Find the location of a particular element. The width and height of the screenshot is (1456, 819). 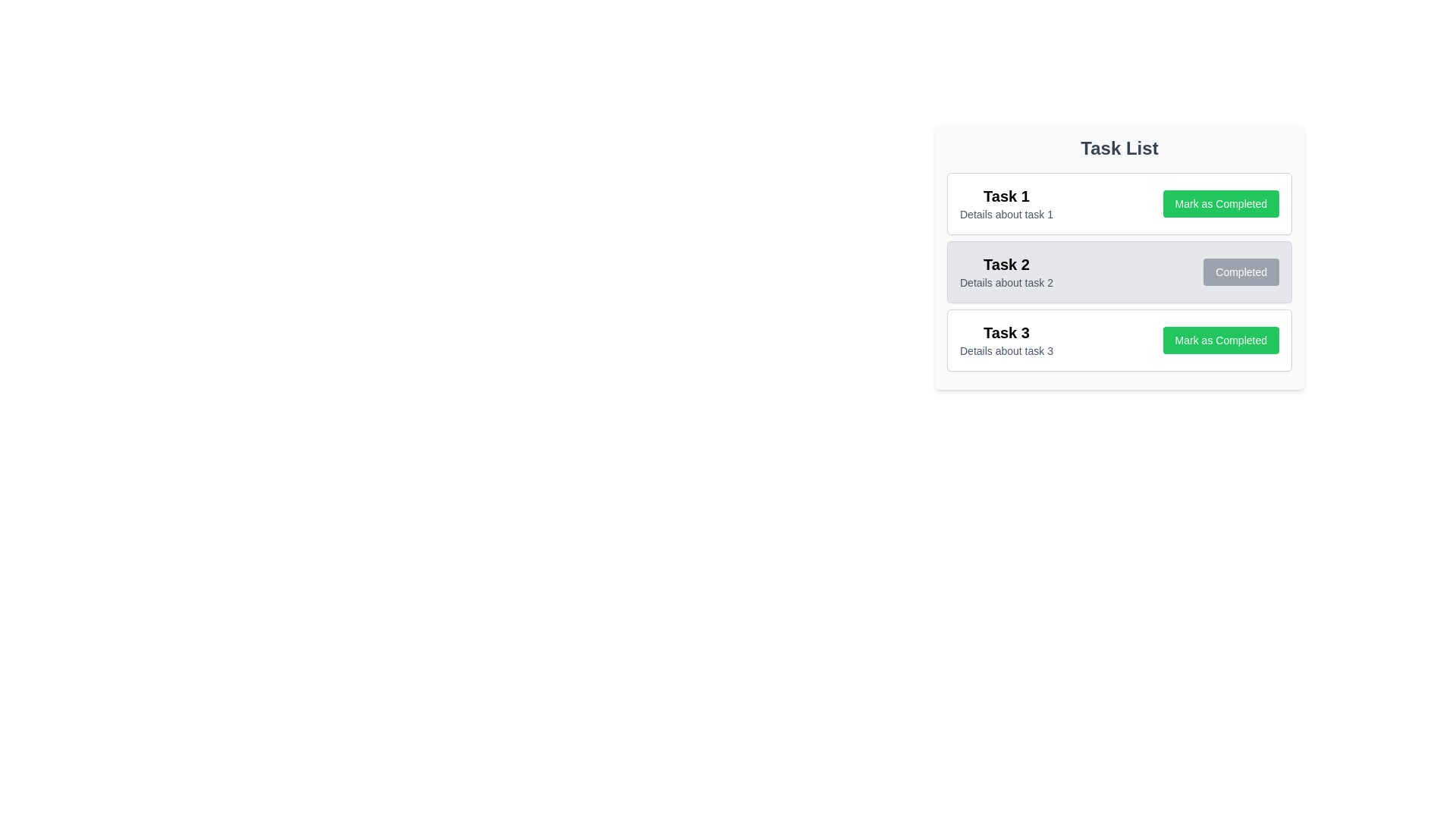

the static text element displaying the title 'Task 2' and the description 'Details about task 2' located in the second row of the task list panel is located at coordinates (1006, 271).